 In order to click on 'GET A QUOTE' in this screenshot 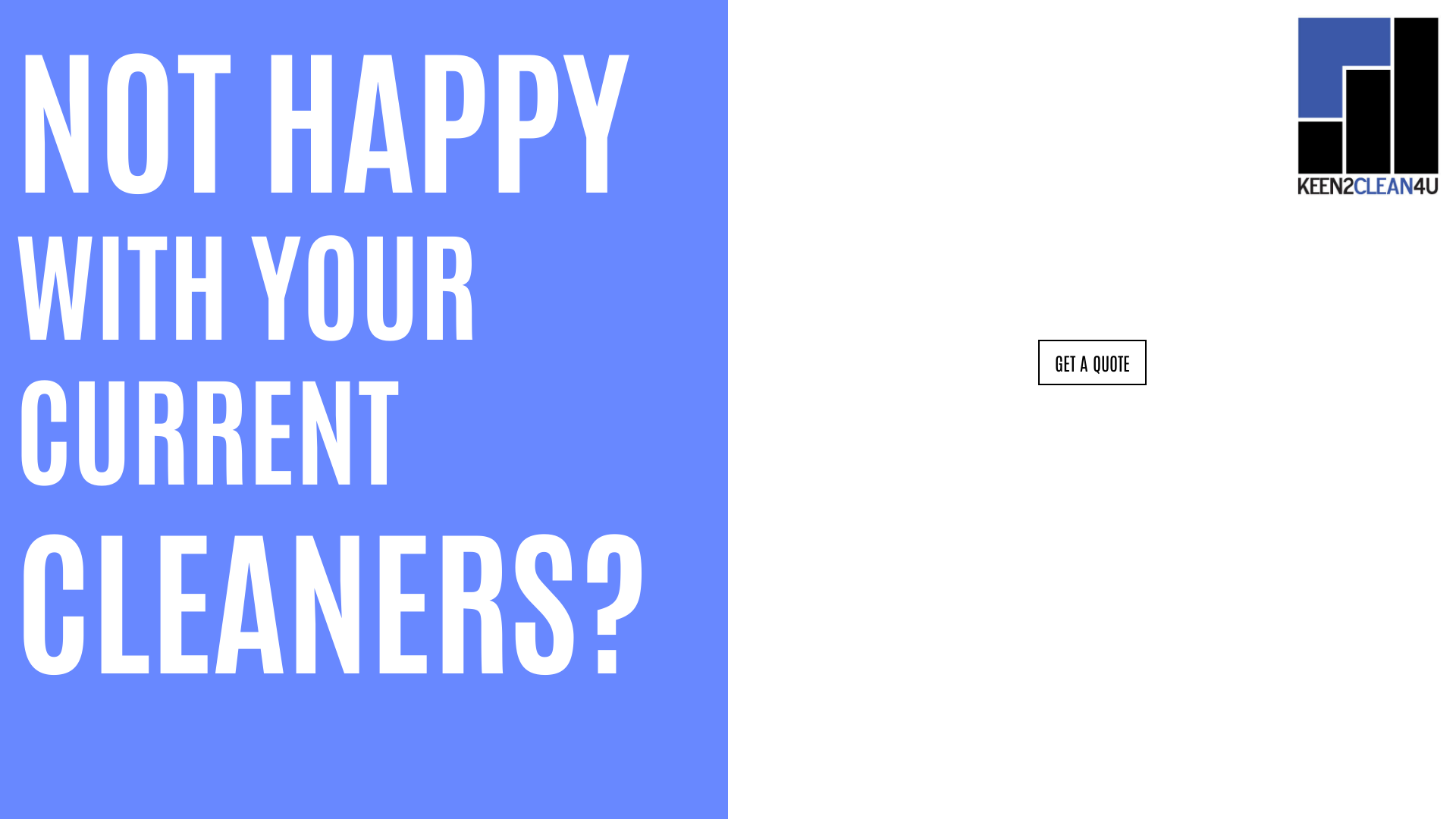, I will do `click(1037, 362)`.